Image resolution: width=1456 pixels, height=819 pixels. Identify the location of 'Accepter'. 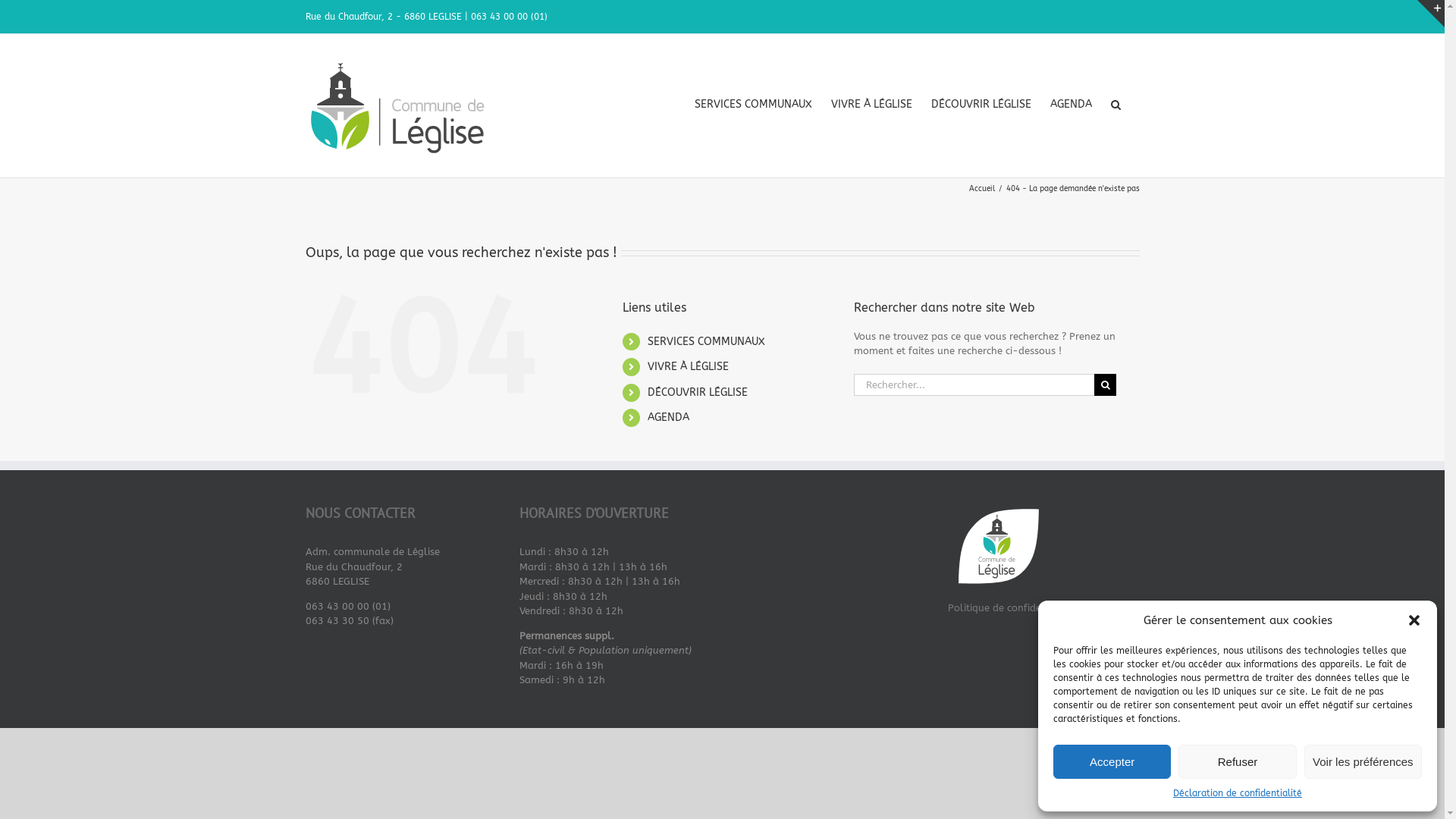
(1112, 761).